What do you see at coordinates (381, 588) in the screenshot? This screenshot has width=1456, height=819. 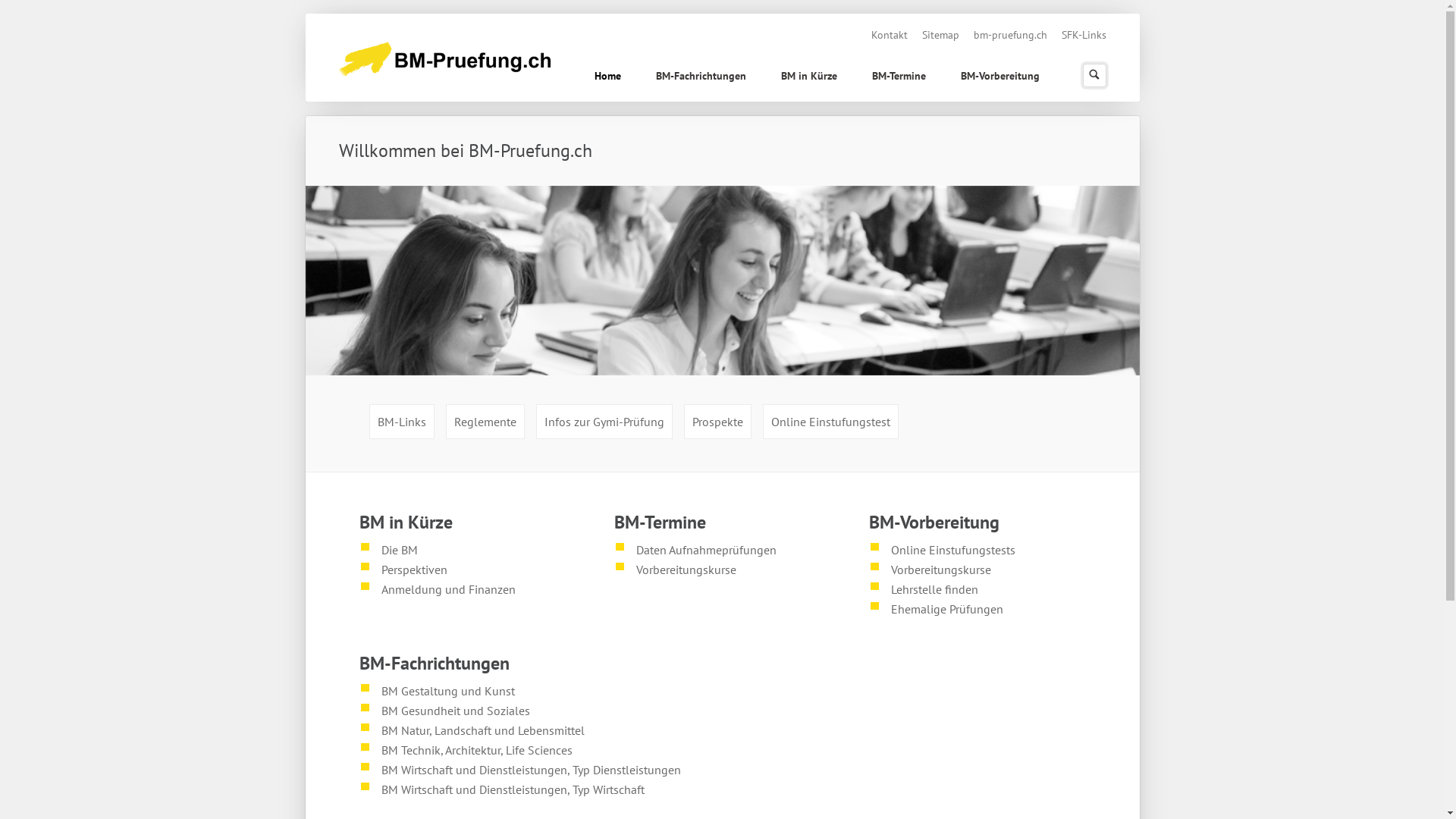 I see `'Anmeldung und Finanzen'` at bounding box center [381, 588].